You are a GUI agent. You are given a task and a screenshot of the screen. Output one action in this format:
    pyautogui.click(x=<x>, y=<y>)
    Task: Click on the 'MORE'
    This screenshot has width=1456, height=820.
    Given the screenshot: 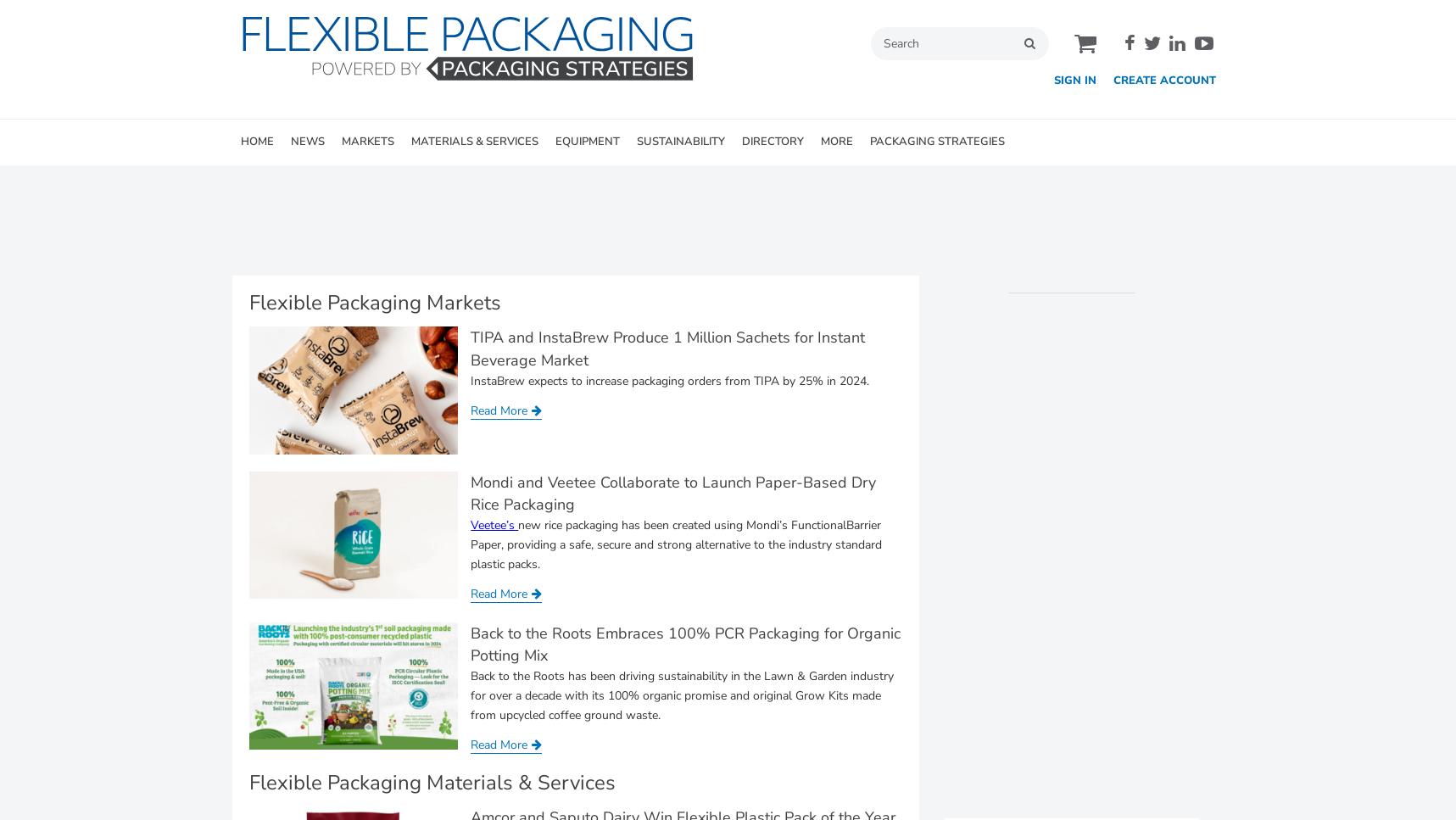 What is the action you would take?
    pyautogui.click(x=835, y=142)
    